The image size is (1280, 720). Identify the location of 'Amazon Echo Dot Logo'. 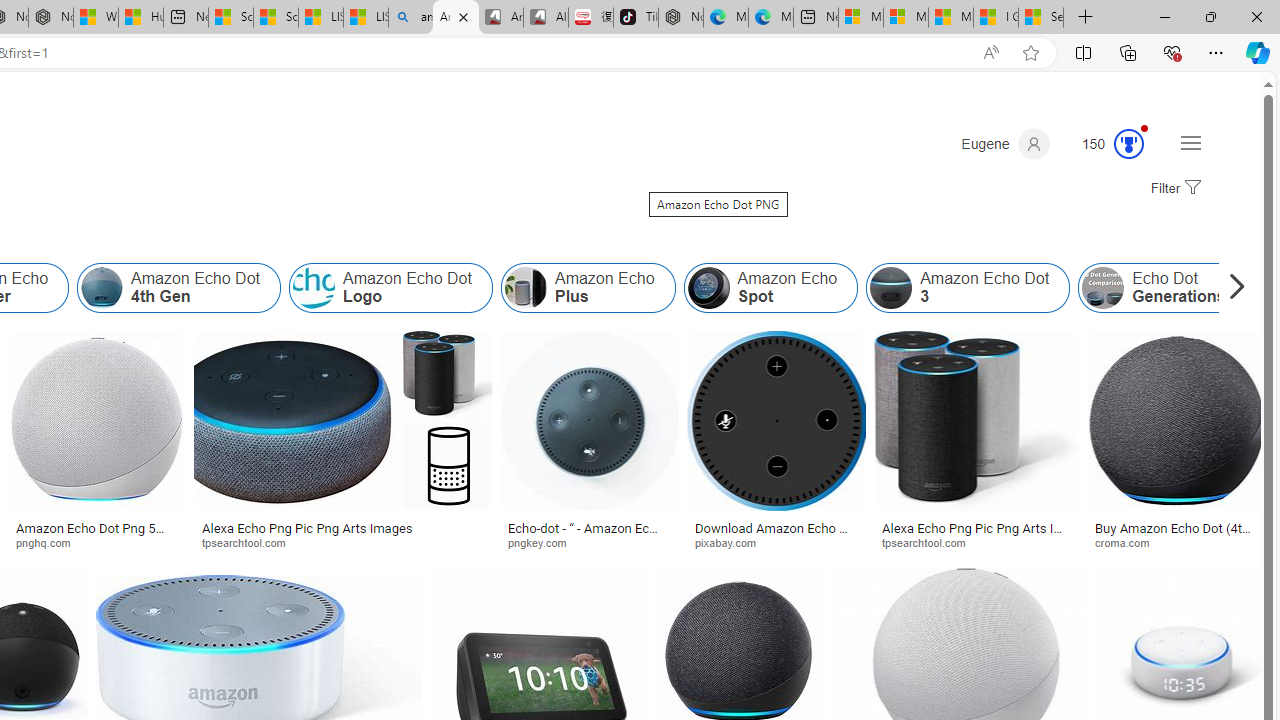
(391, 288).